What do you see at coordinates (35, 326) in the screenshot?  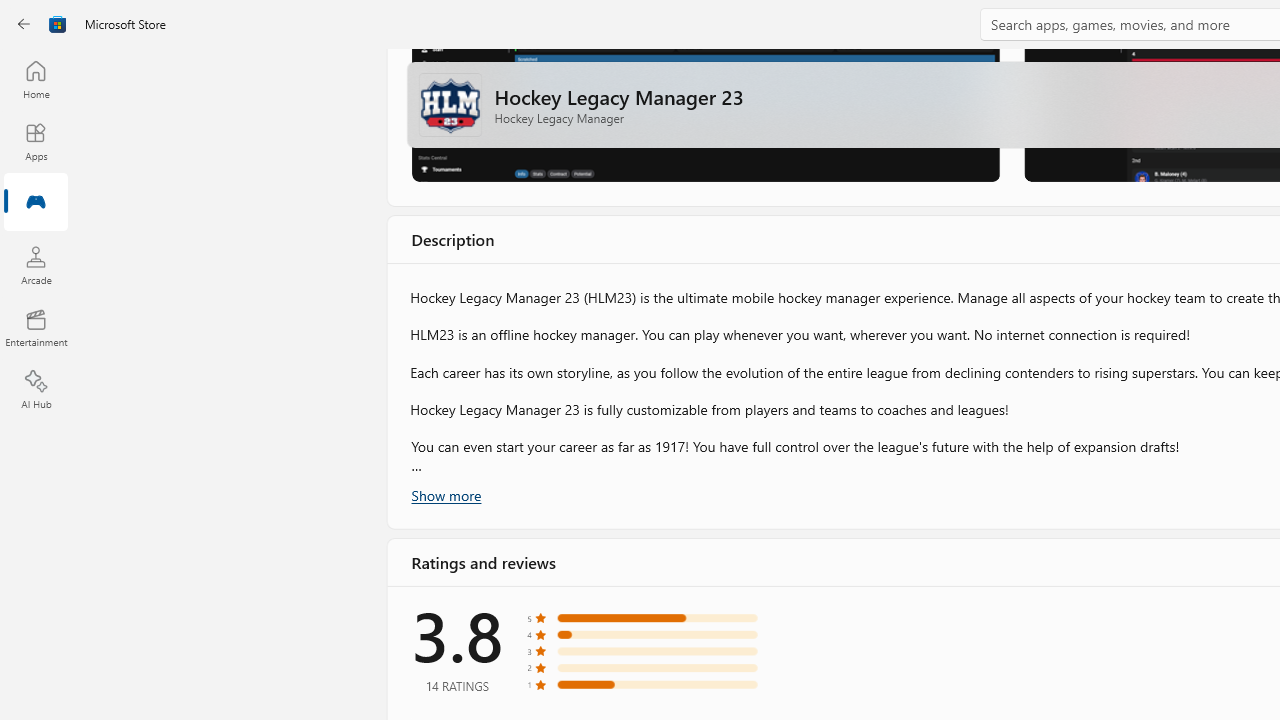 I see `'Entertainment'` at bounding box center [35, 326].